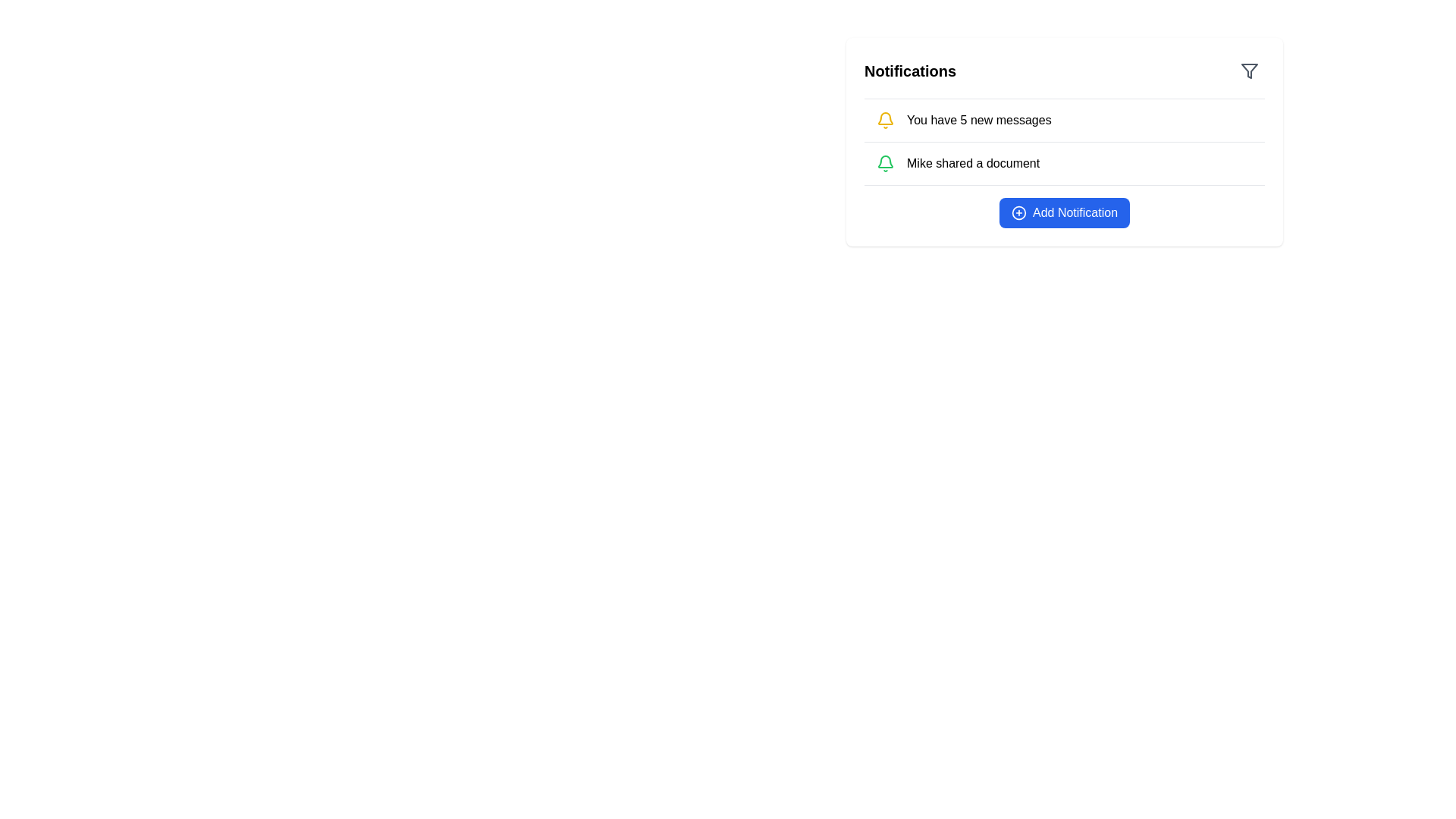 This screenshot has height=819, width=1456. Describe the element at coordinates (885, 119) in the screenshot. I see `the yellow bell icon representing notifications` at that location.